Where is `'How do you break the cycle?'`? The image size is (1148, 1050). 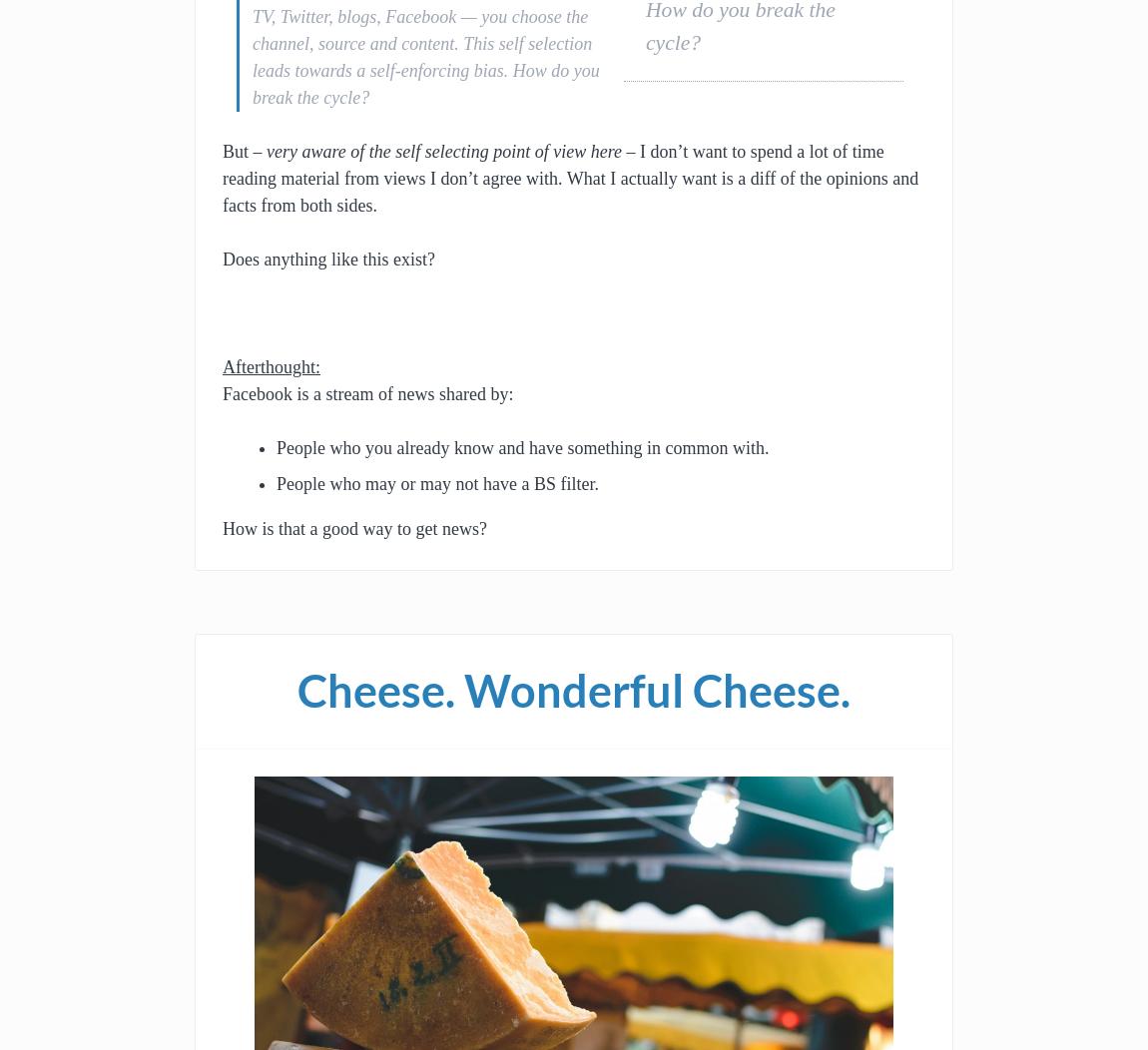
'How do you break the cycle?' is located at coordinates (425, 83).